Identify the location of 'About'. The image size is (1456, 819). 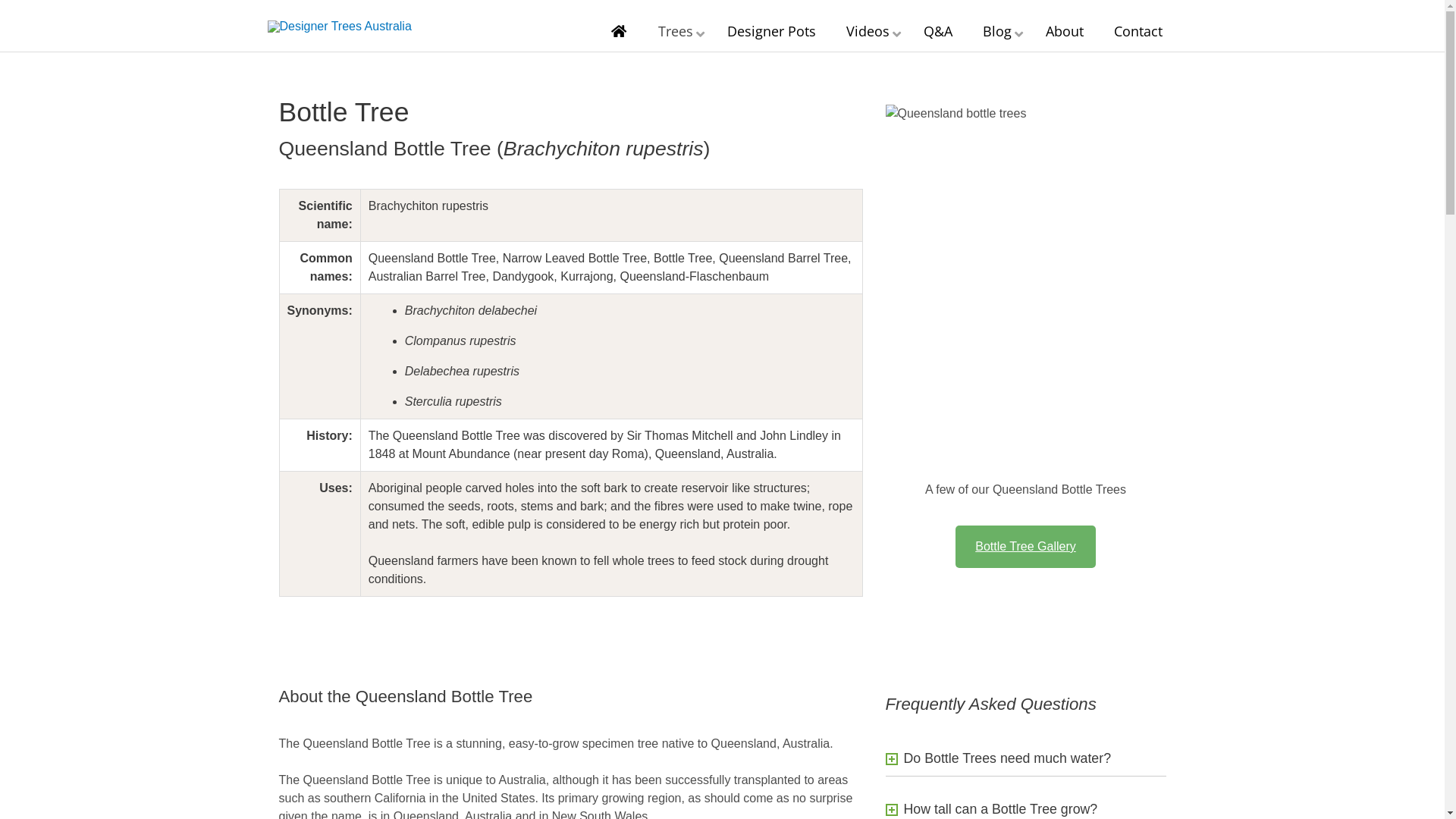
(1062, 31).